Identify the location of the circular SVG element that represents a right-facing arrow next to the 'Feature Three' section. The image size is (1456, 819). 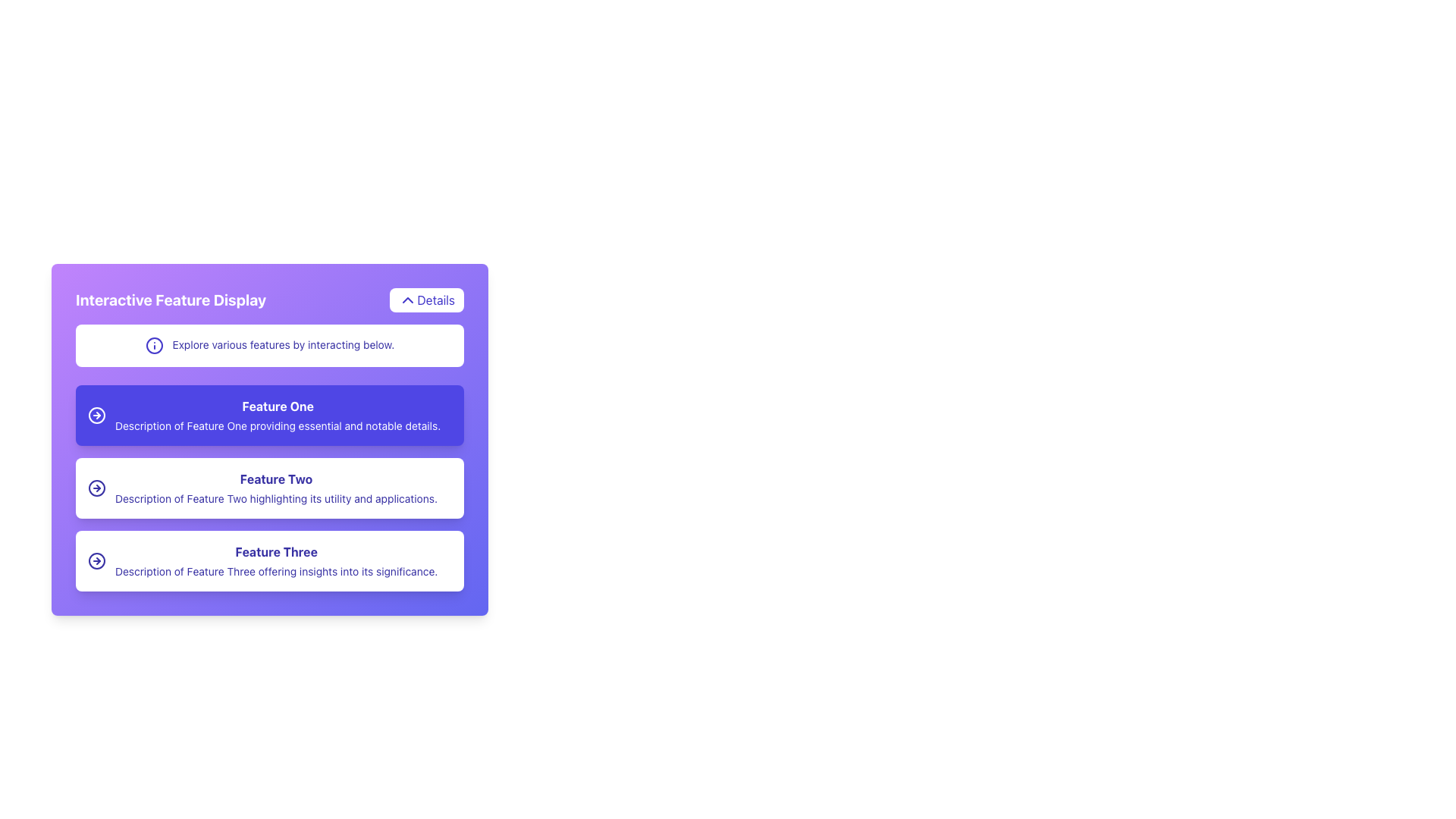
(96, 561).